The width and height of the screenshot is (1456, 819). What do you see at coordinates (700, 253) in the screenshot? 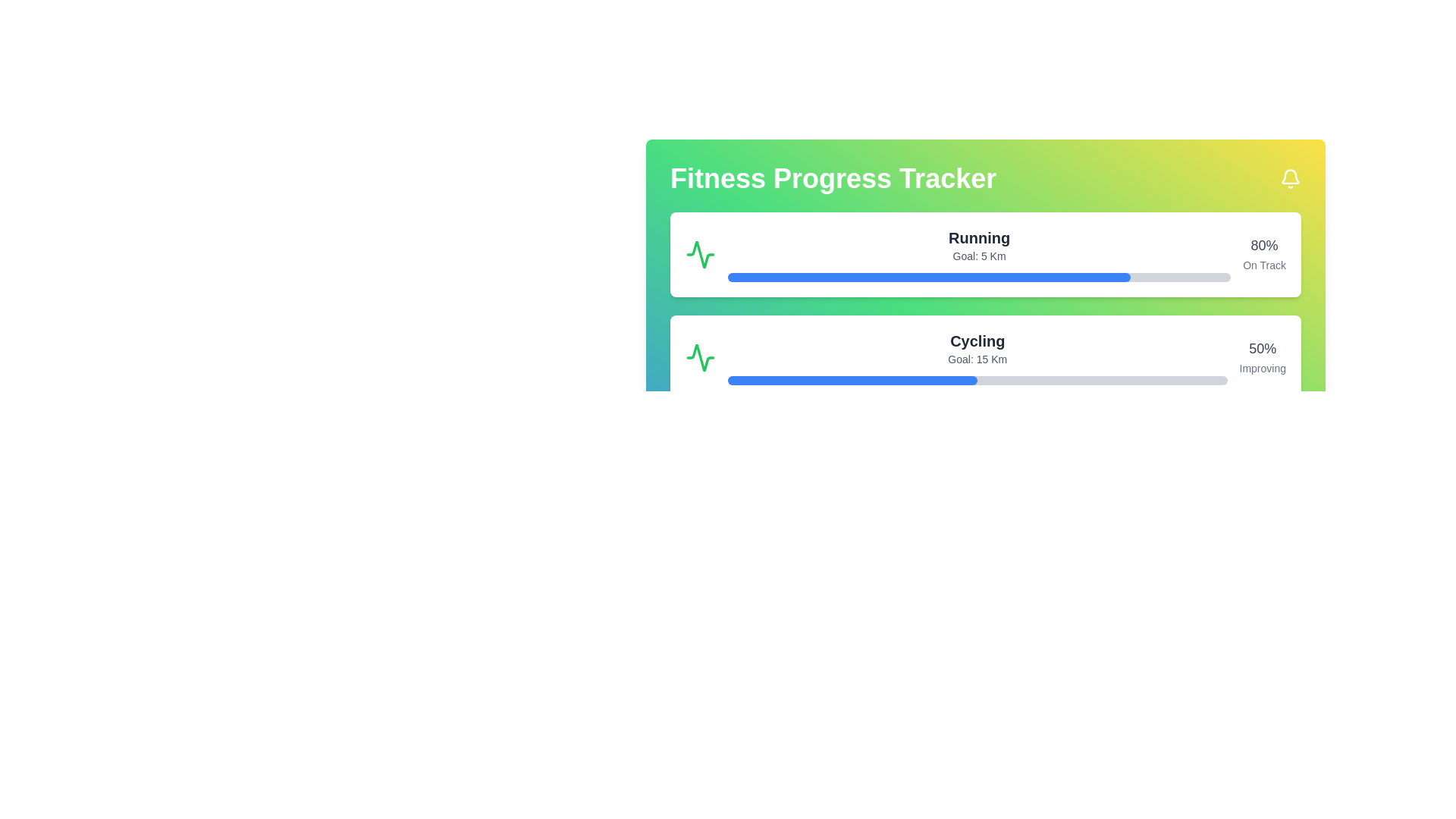
I see `the green activity icon styled with a heartbeat illustration located in the top-left corner of the 'Running' fitness progress card` at bounding box center [700, 253].